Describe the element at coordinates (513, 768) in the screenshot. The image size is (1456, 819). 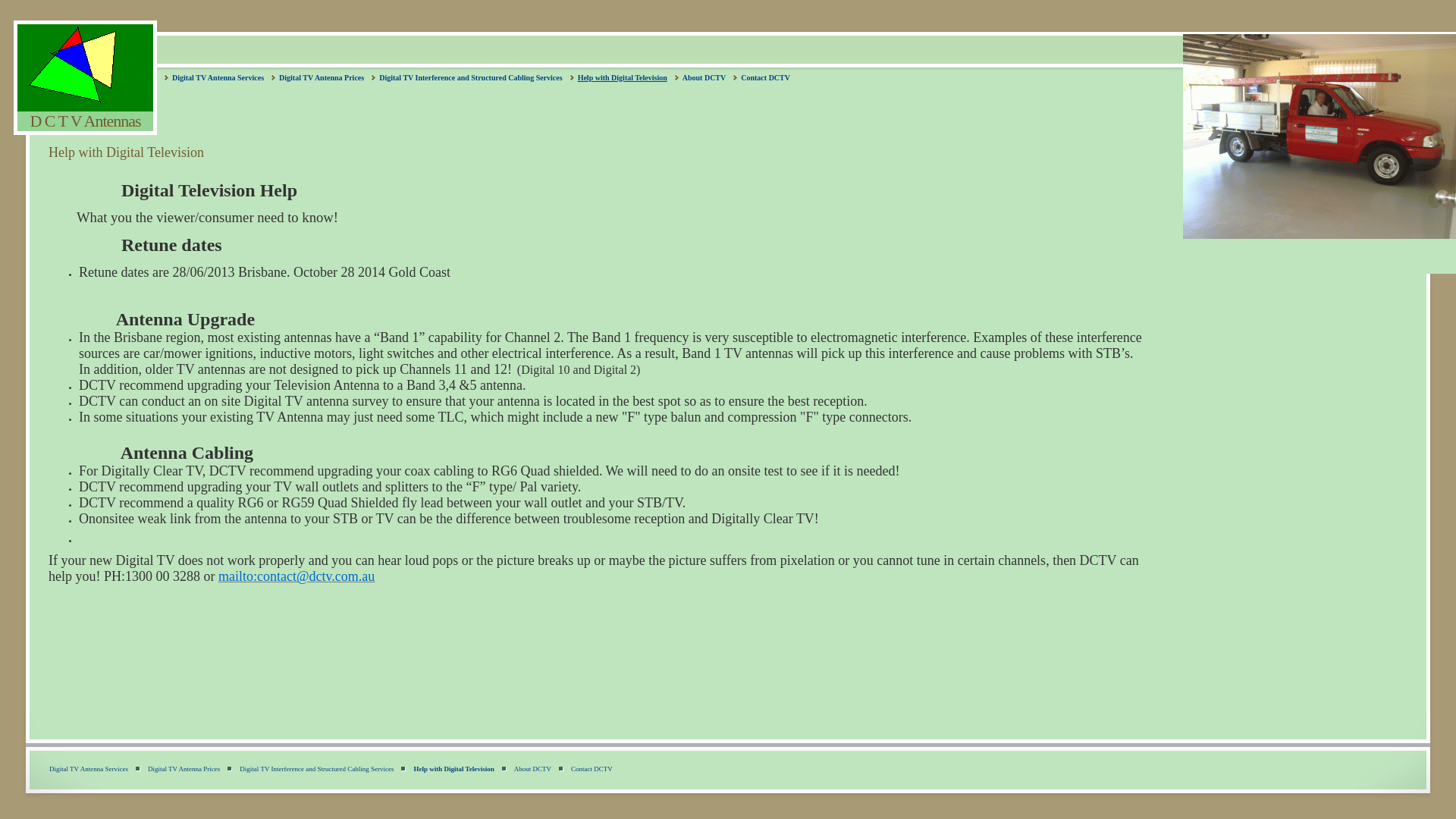
I see `'About DCTV'` at that location.